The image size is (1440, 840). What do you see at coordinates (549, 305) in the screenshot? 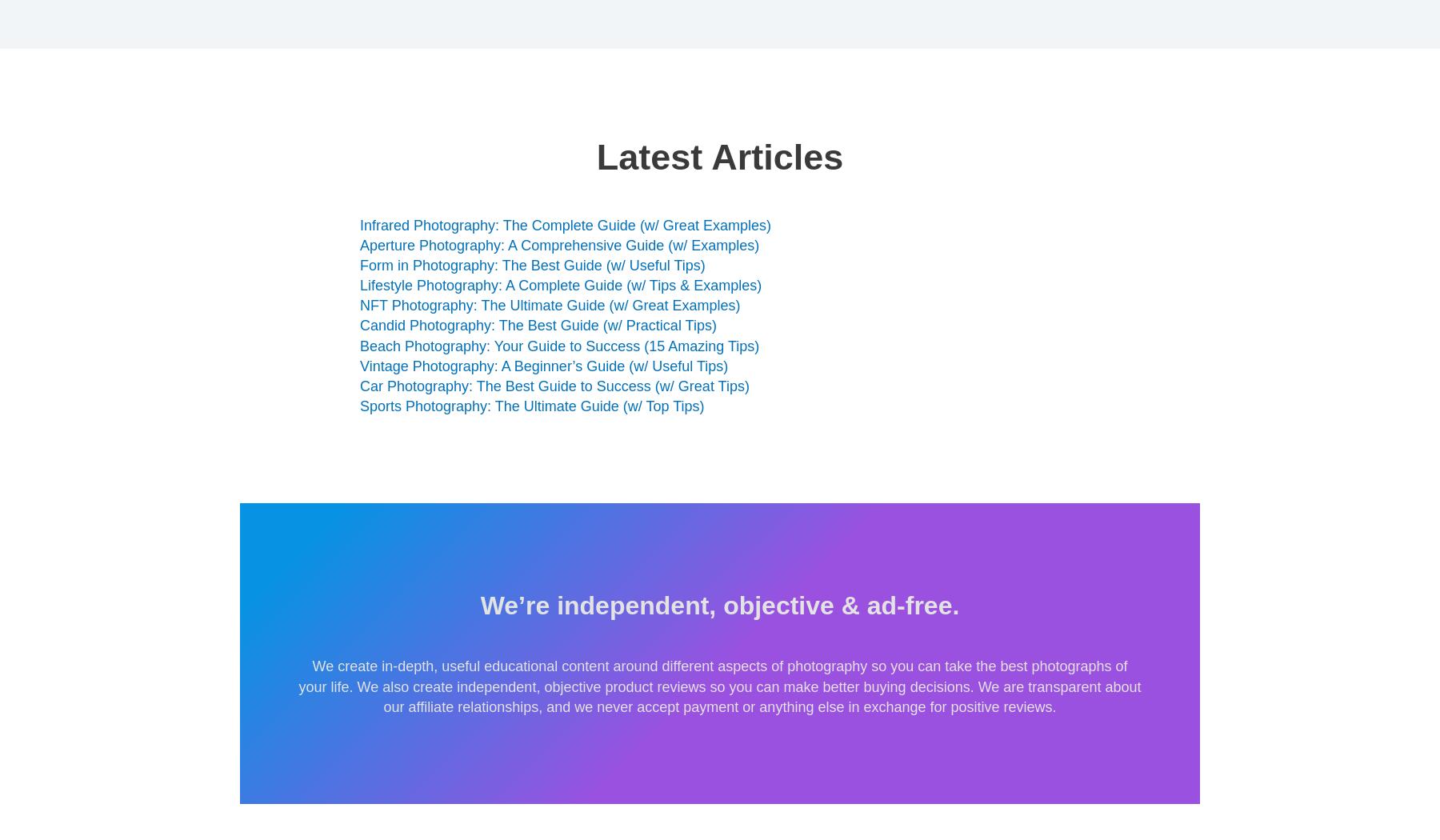
I see `'NFT Photography: The Ultimate Guide (w/ Great Examples)'` at bounding box center [549, 305].